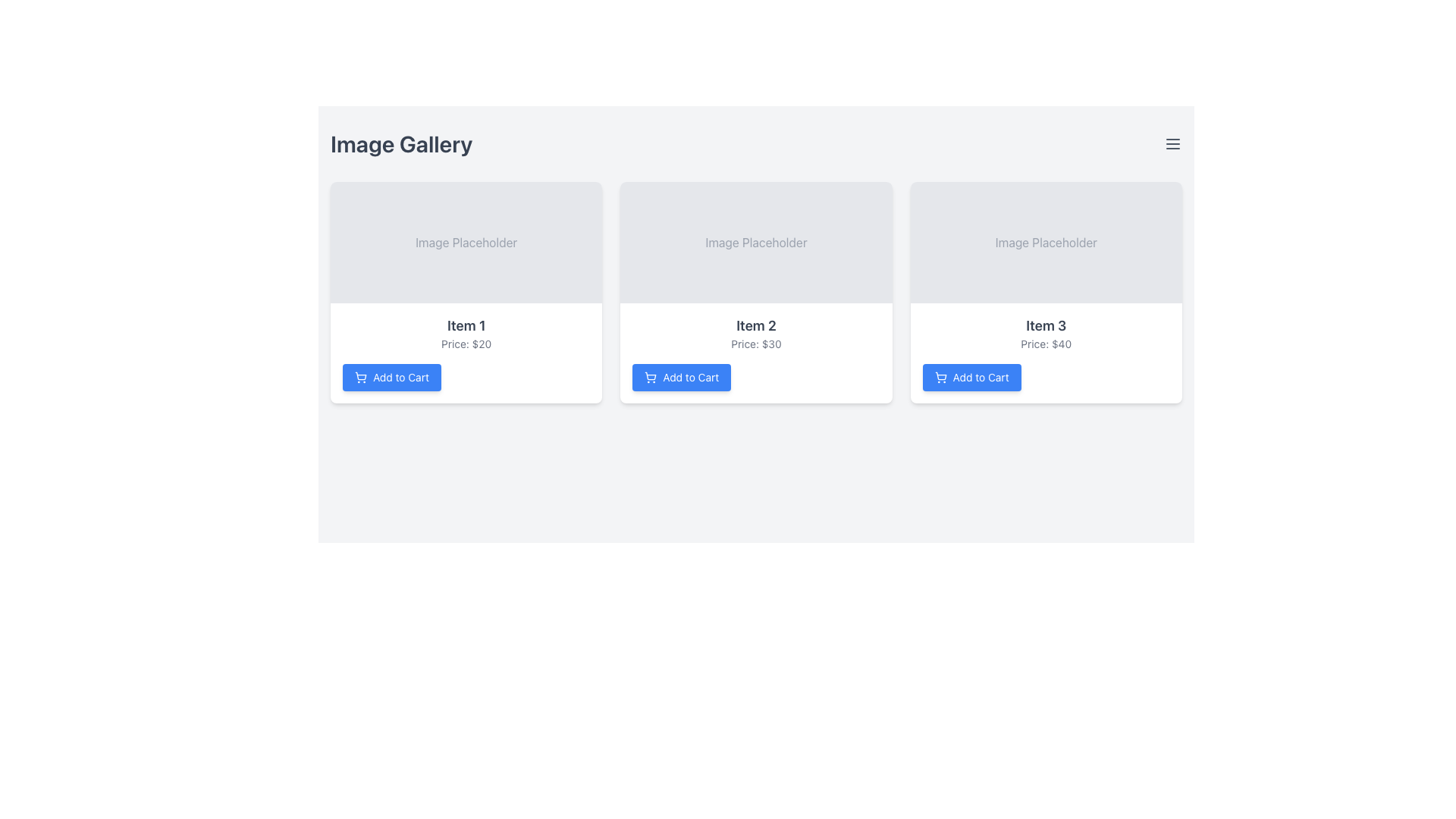  What do you see at coordinates (466, 325) in the screenshot?
I see `the text label 'Item 1' which is displayed in a larger, bold gray font at the top of the card layout, directly below the image placeholder and above the text 'Price: $20'` at bounding box center [466, 325].